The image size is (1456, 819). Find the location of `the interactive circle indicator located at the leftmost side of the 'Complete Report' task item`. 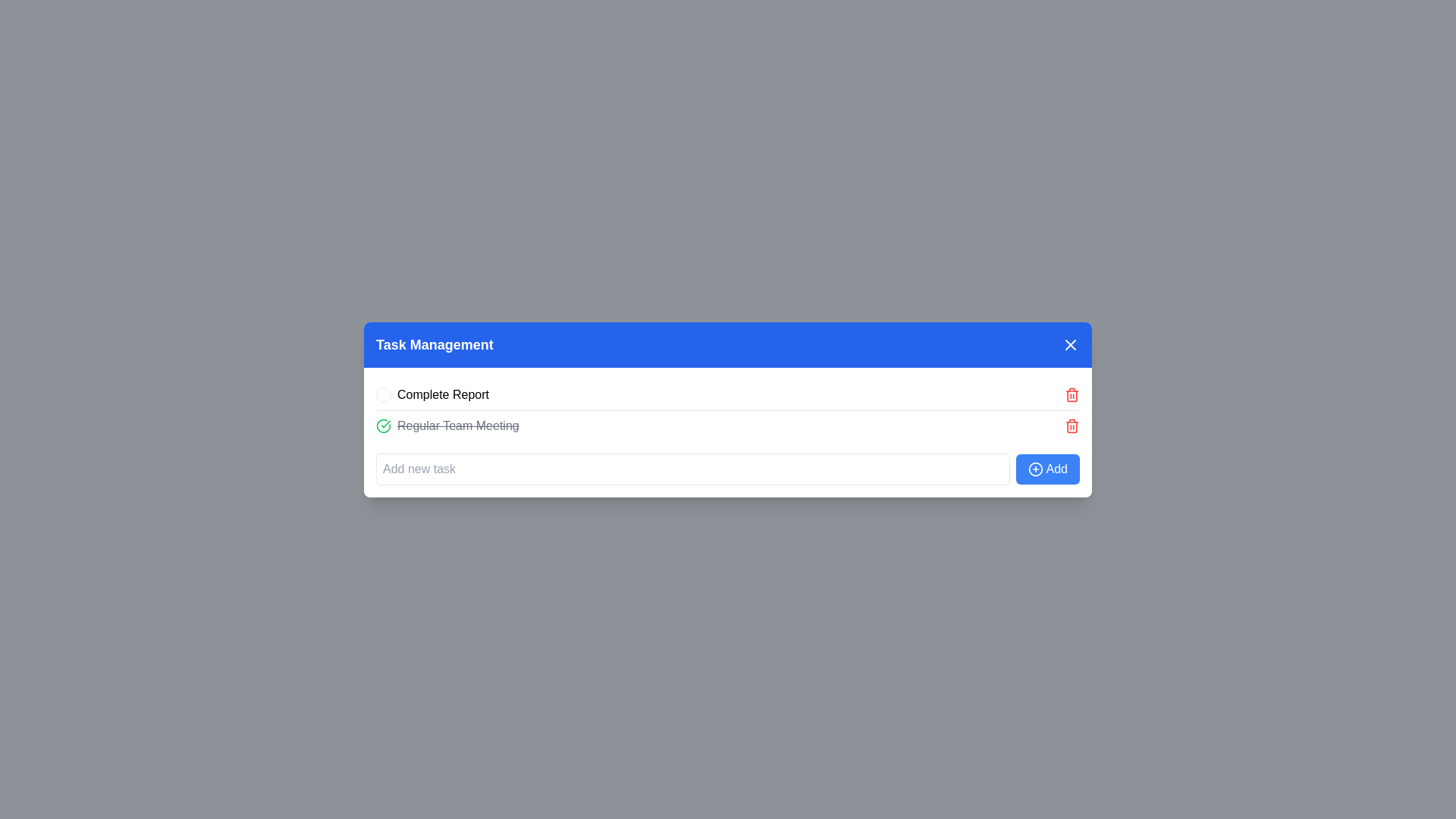

the interactive circle indicator located at the leftmost side of the 'Complete Report' task item is located at coordinates (383, 394).